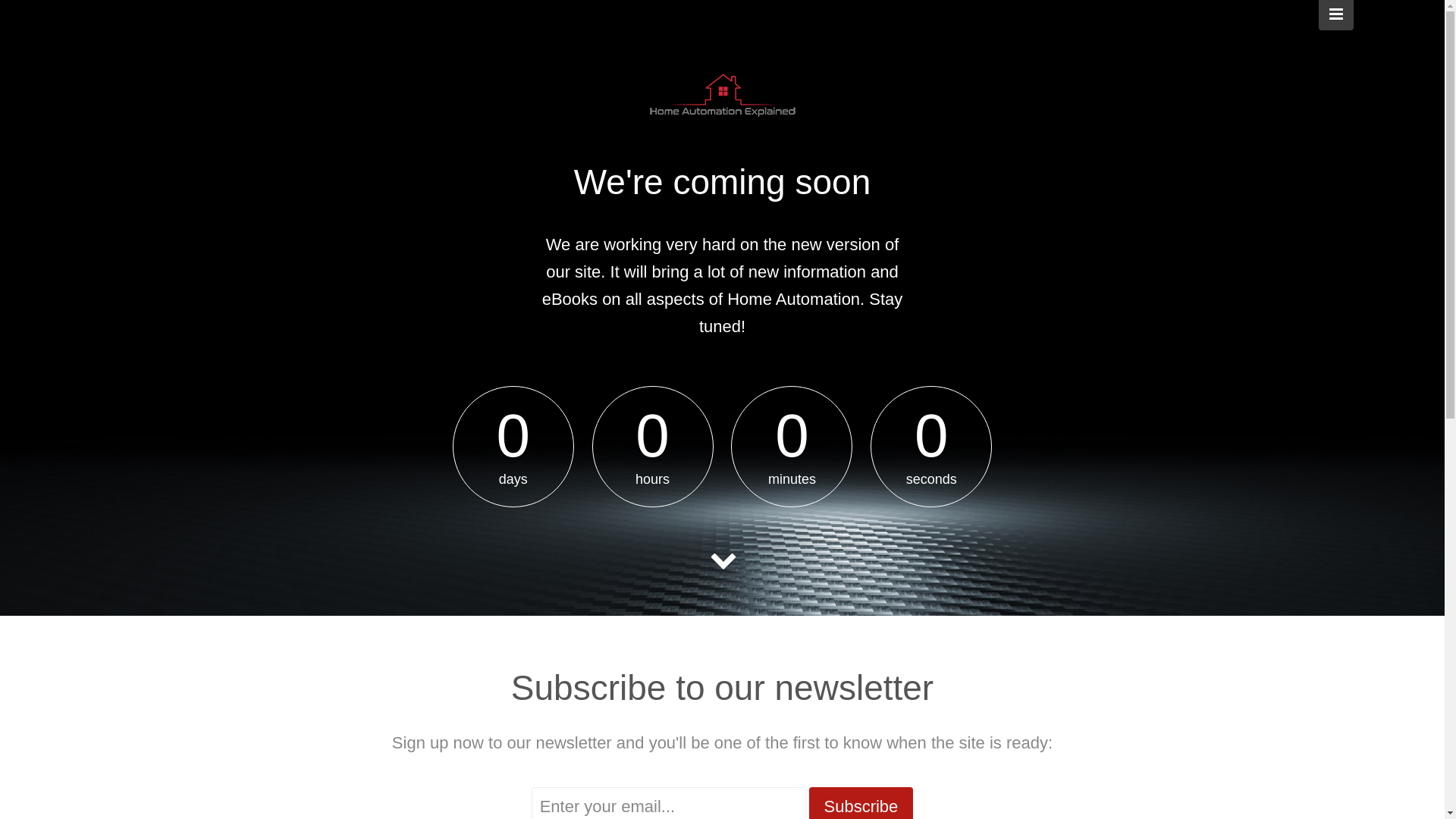  What do you see at coordinates (720, 99) in the screenshot?
I see `'Home Automation Explained'` at bounding box center [720, 99].